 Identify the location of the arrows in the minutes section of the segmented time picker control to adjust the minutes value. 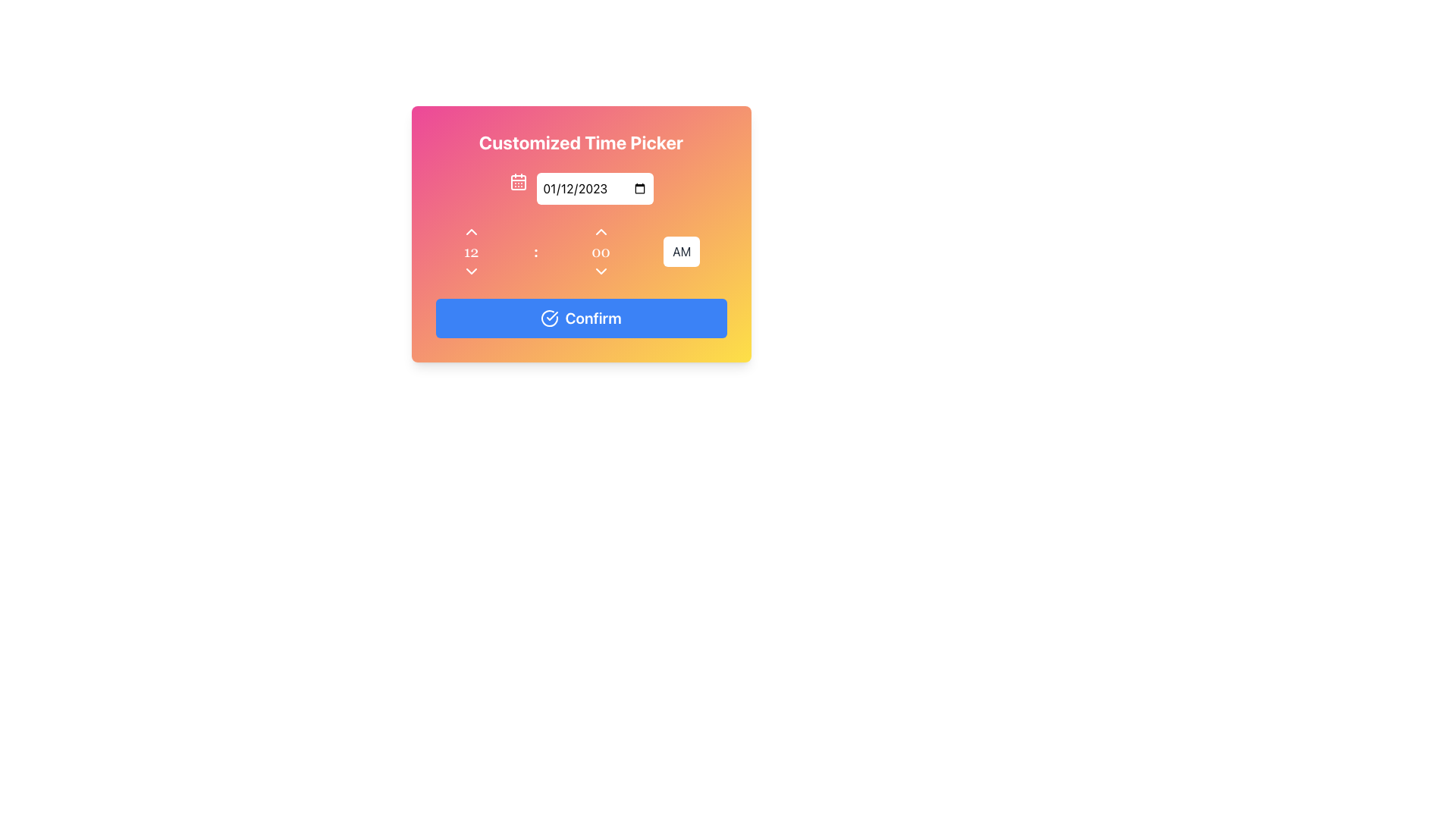
(600, 250).